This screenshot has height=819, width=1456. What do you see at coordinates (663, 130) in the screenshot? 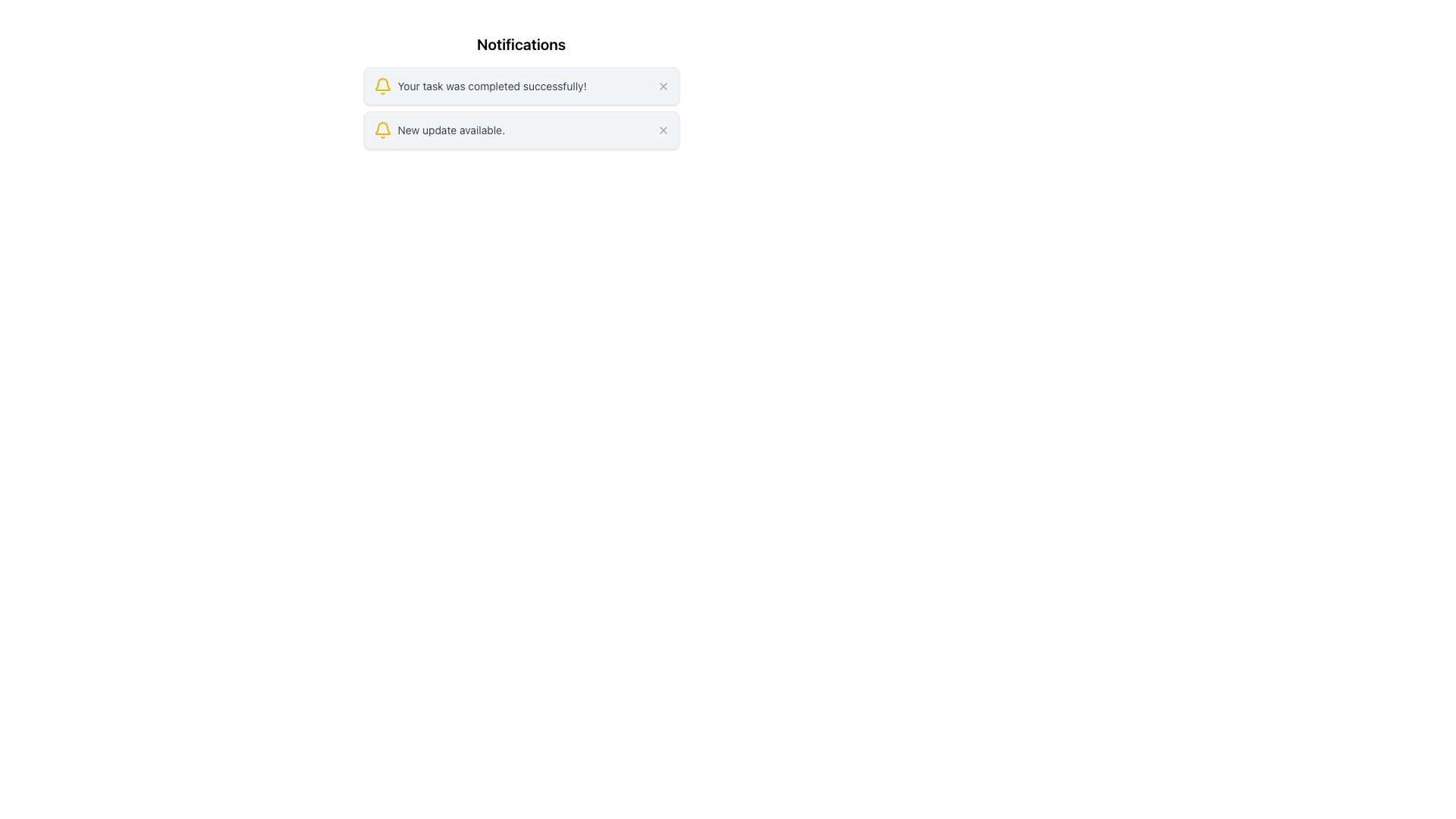
I see `the small square icon button with an 'X' symbol in the top-right corner of the second notification card to trigger the color change to red` at bounding box center [663, 130].